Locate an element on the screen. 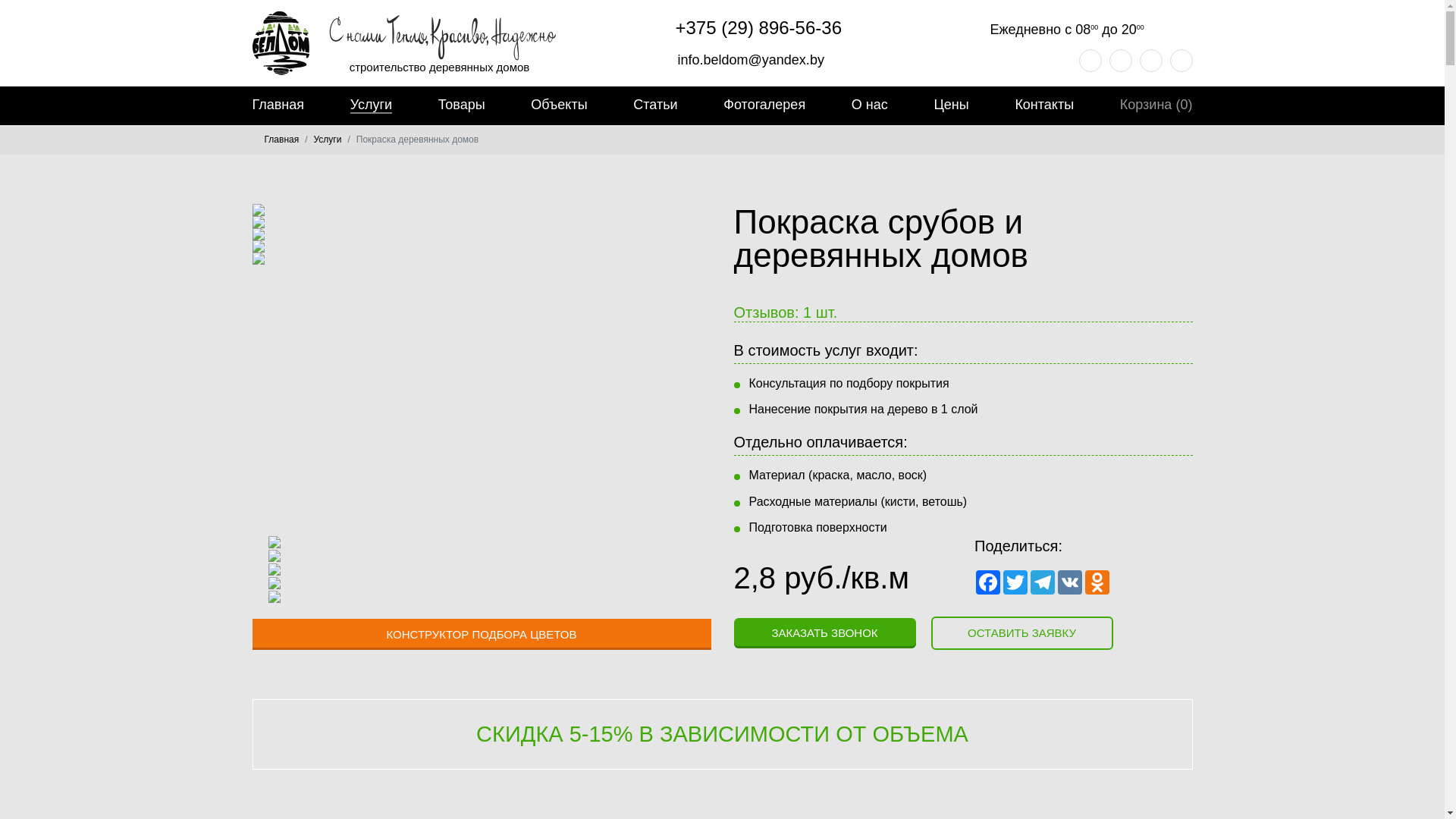 The image size is (1456, 819). 'Twitter' is located at coordinates (1001, 581).